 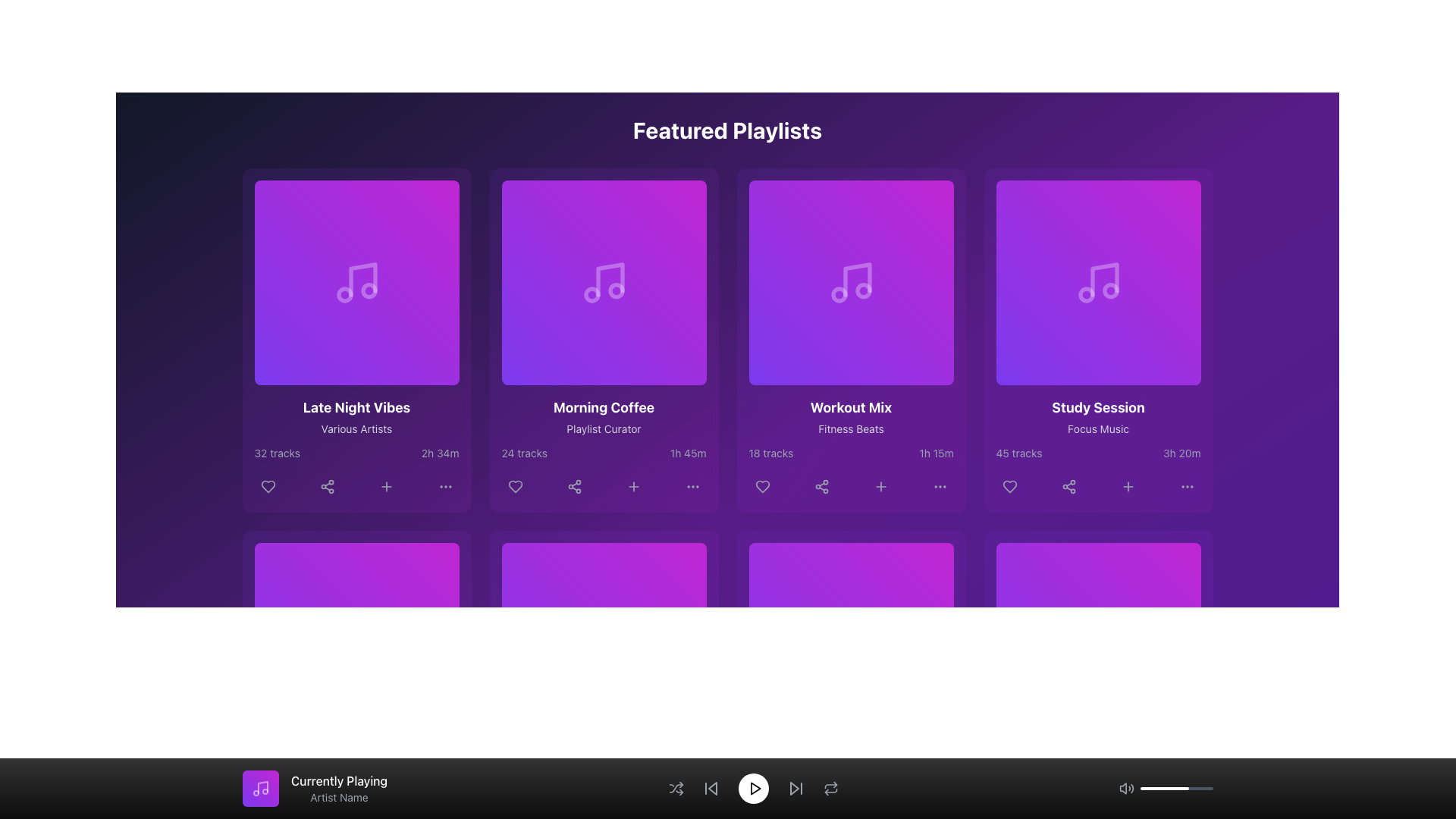 I want to click on the share icon button located in the control area of the 'Late Night Vibes' playlist card, positioned between the heart icon and the plus icon, so click(x=326, y=486).